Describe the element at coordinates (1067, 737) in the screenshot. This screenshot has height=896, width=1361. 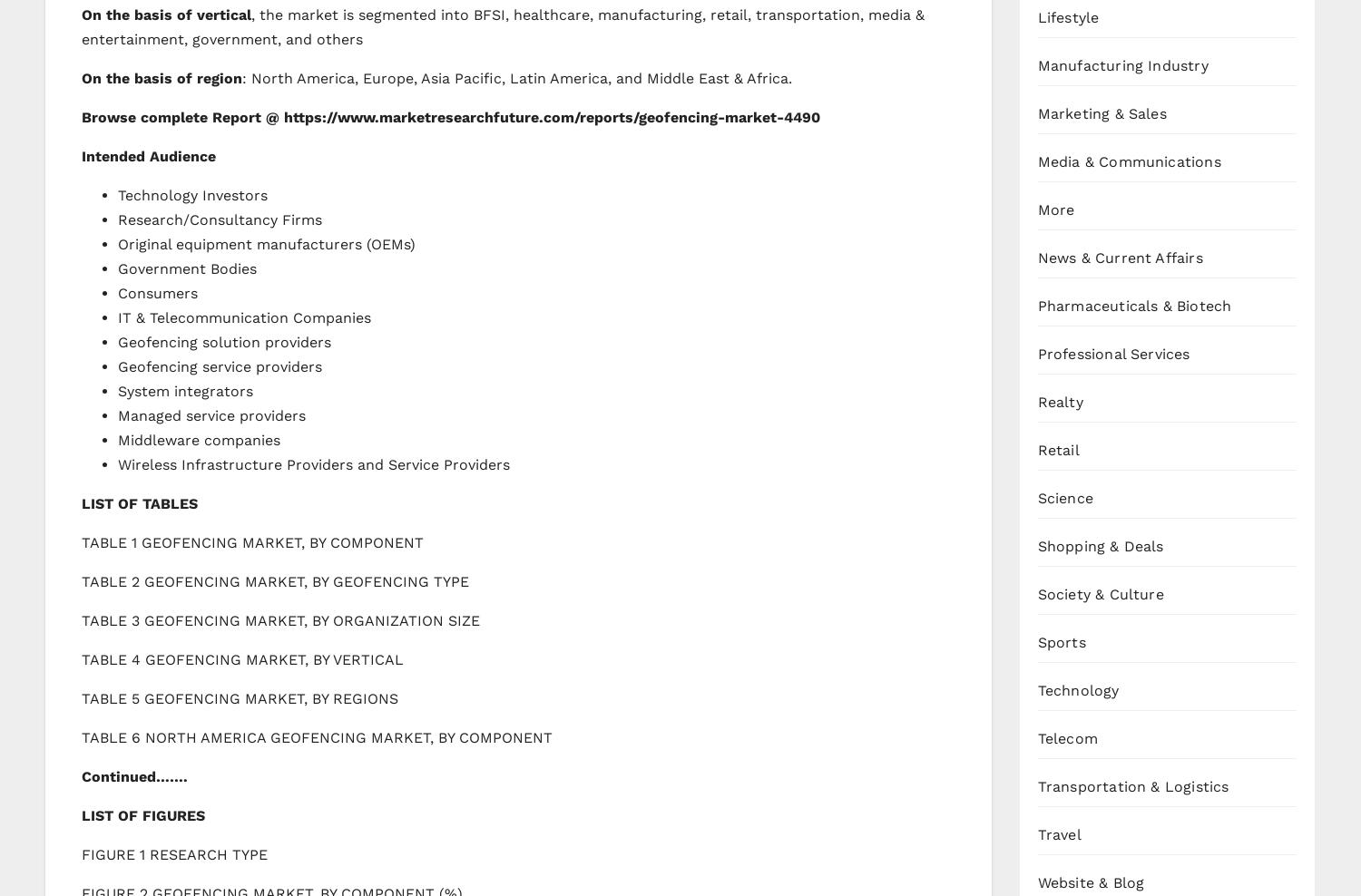
I see `'Telecom'` at that location.